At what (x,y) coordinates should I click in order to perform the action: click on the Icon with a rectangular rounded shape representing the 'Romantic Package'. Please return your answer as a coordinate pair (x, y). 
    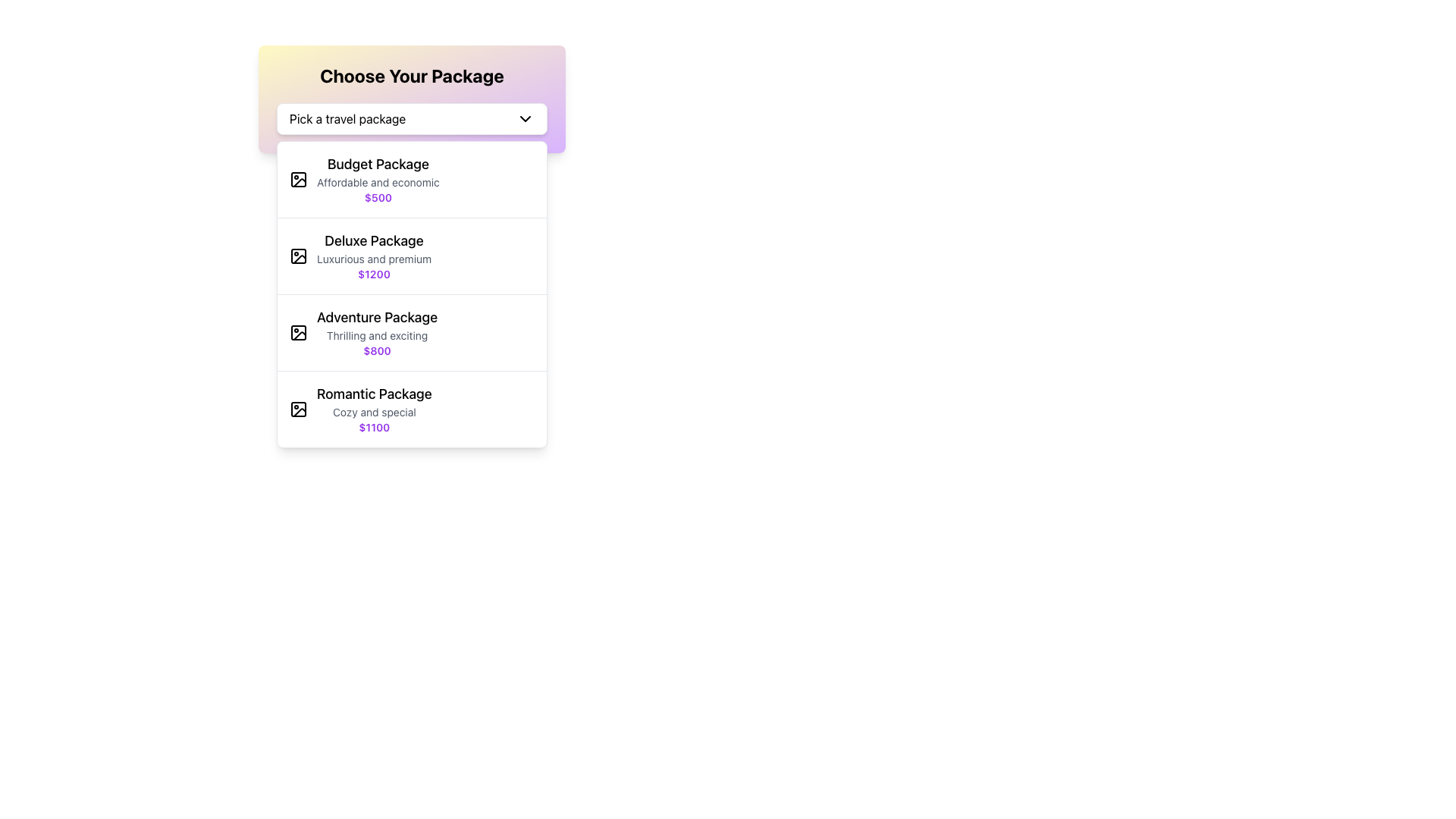
    Looking at the image, I should click on (298, 409).